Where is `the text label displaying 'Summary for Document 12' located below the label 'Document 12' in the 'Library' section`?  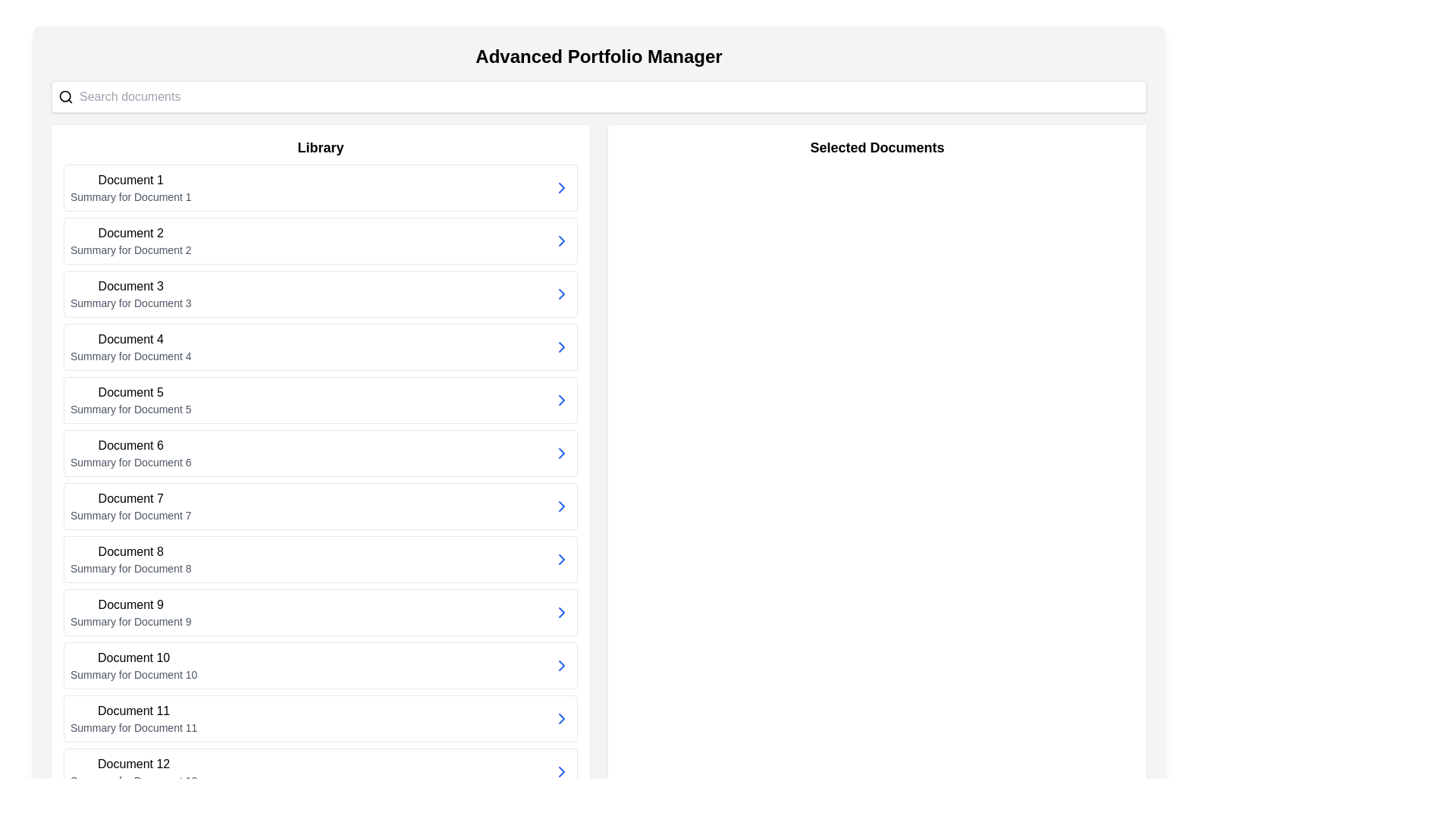 the text label displaying 'Summary for Document 12' located below the label 'Document 12' in the 'Library' section is located at coordinates (133, 780).